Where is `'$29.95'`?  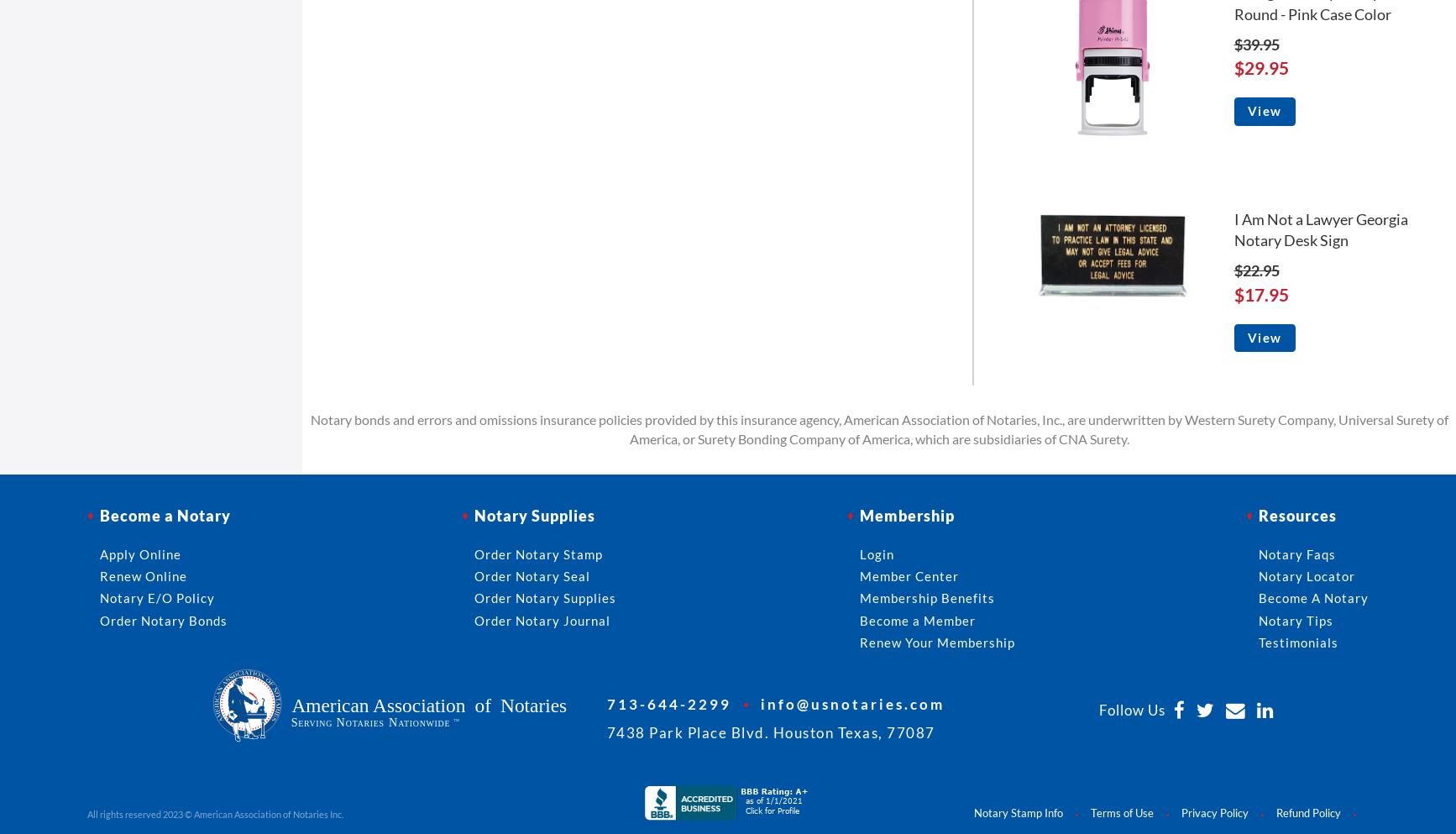
'$29.95' is located at coordinates (1233, 66).